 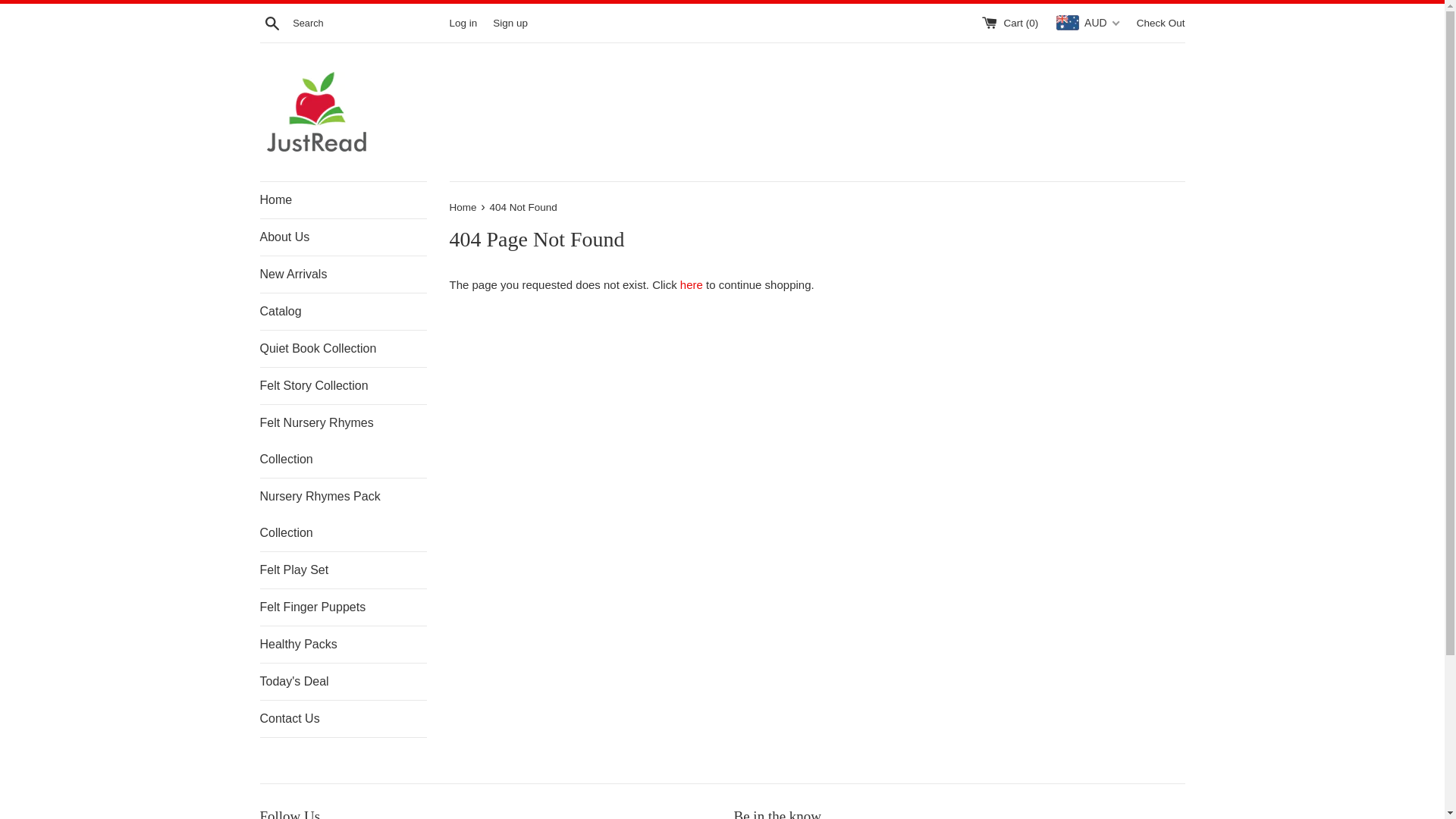 I want to click on 'New Arrivals', so click(x=341, y=275).